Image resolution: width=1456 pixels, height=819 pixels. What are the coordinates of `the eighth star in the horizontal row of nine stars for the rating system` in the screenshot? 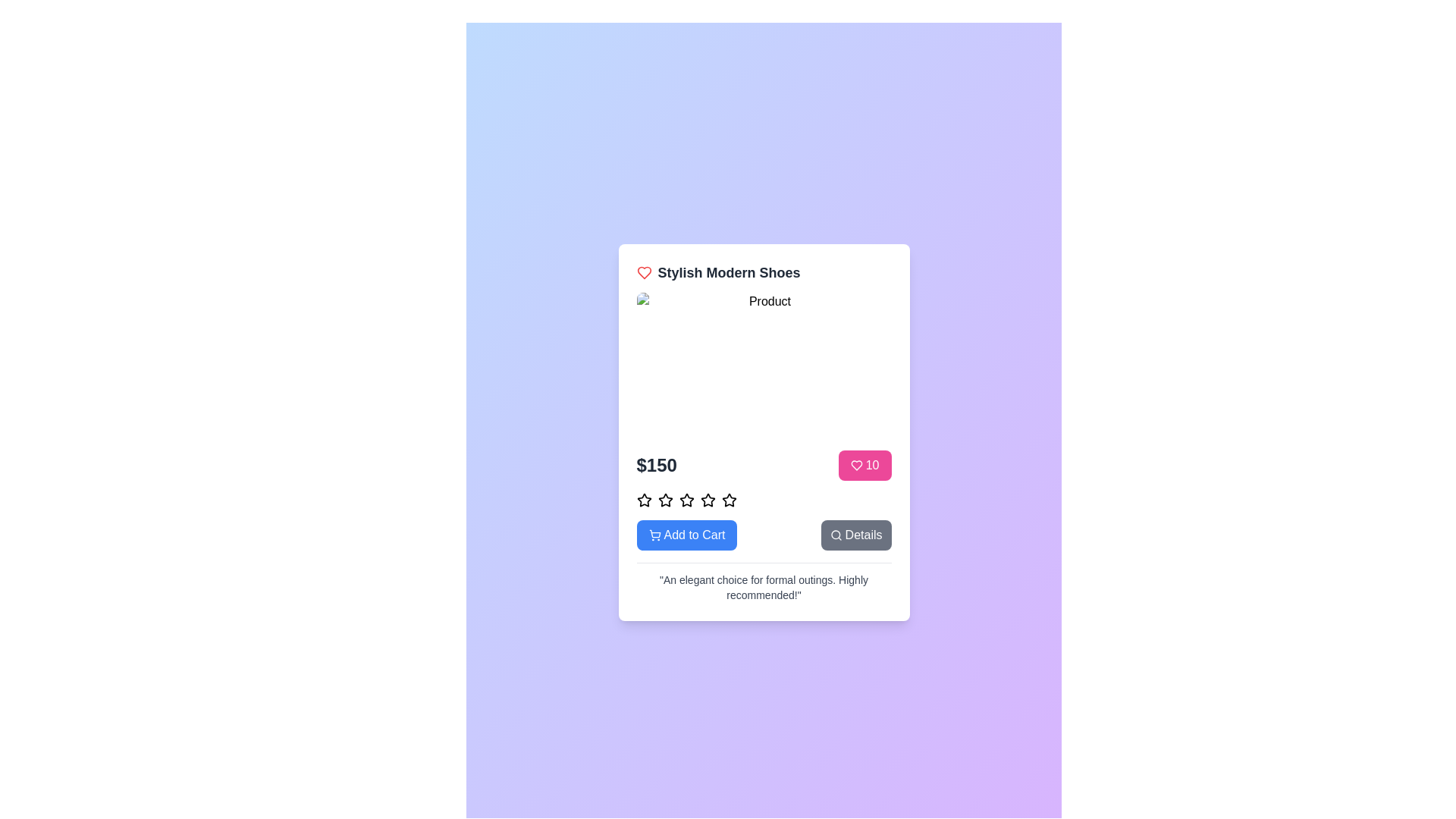 It's located at (729, 500).